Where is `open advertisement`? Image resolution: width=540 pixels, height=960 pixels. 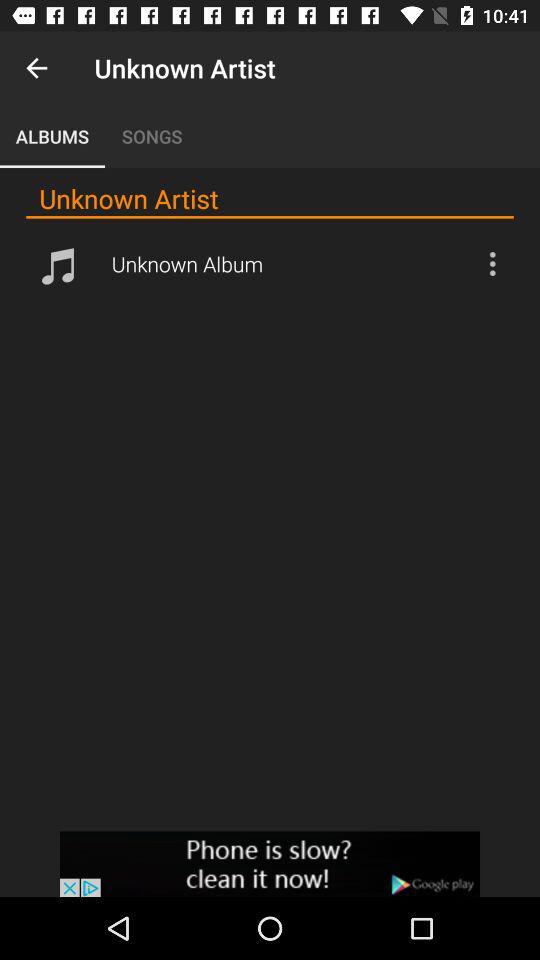
open advertisement is located at coordinates (270, 863).